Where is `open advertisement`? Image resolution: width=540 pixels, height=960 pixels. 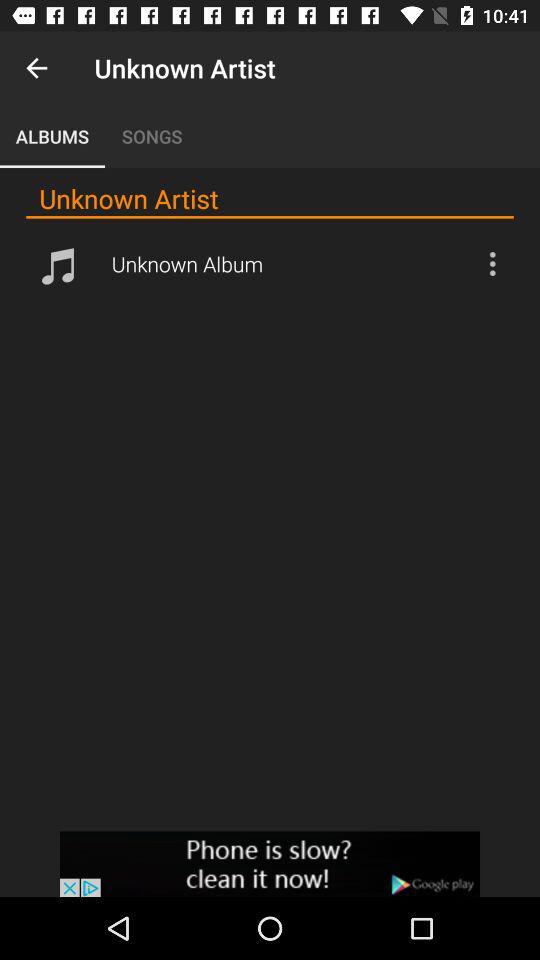
open advertisement is located at coordinates (270, 863).